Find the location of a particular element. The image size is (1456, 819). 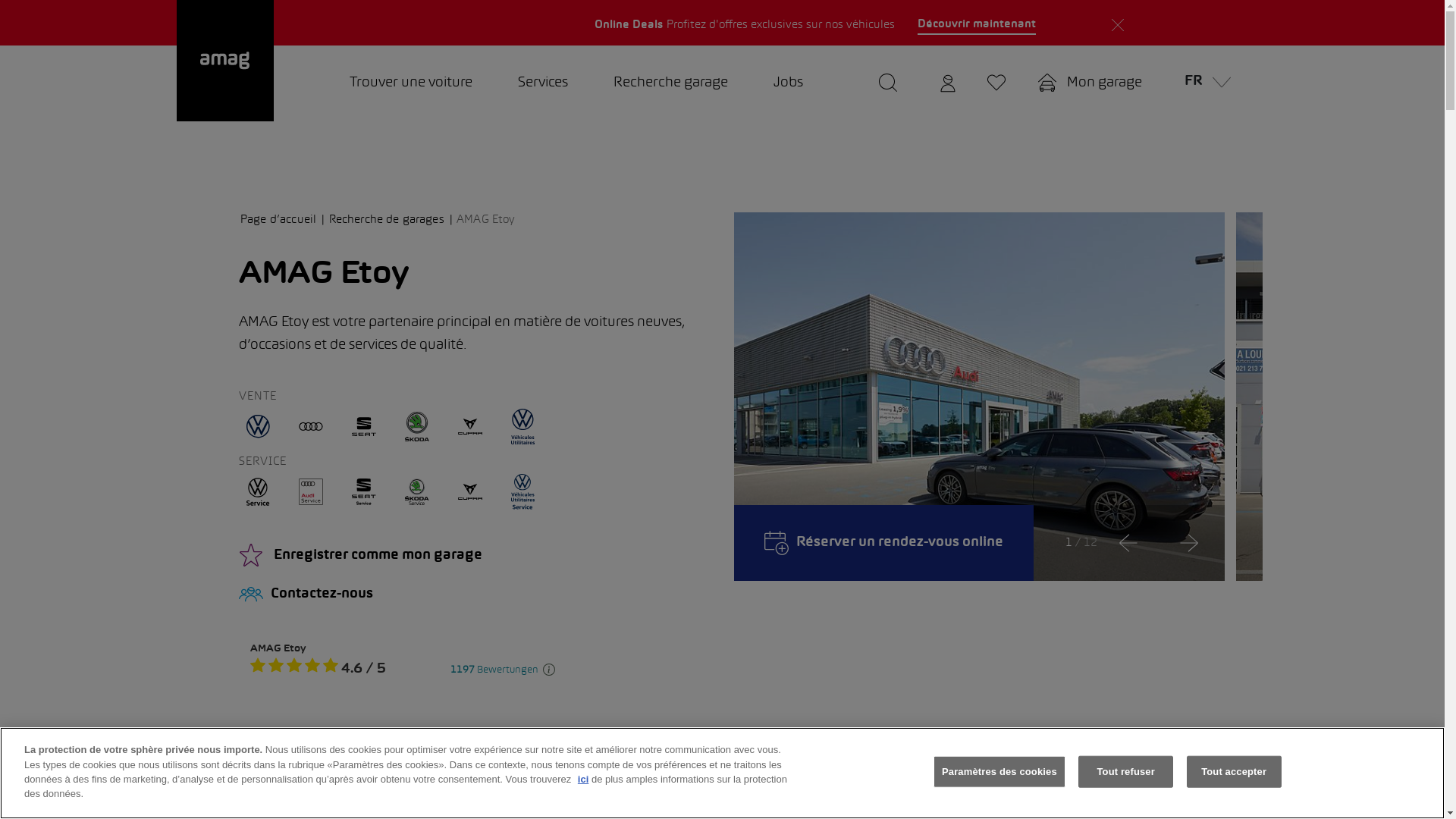

'Jobs' is located at coordinates (788, 83).